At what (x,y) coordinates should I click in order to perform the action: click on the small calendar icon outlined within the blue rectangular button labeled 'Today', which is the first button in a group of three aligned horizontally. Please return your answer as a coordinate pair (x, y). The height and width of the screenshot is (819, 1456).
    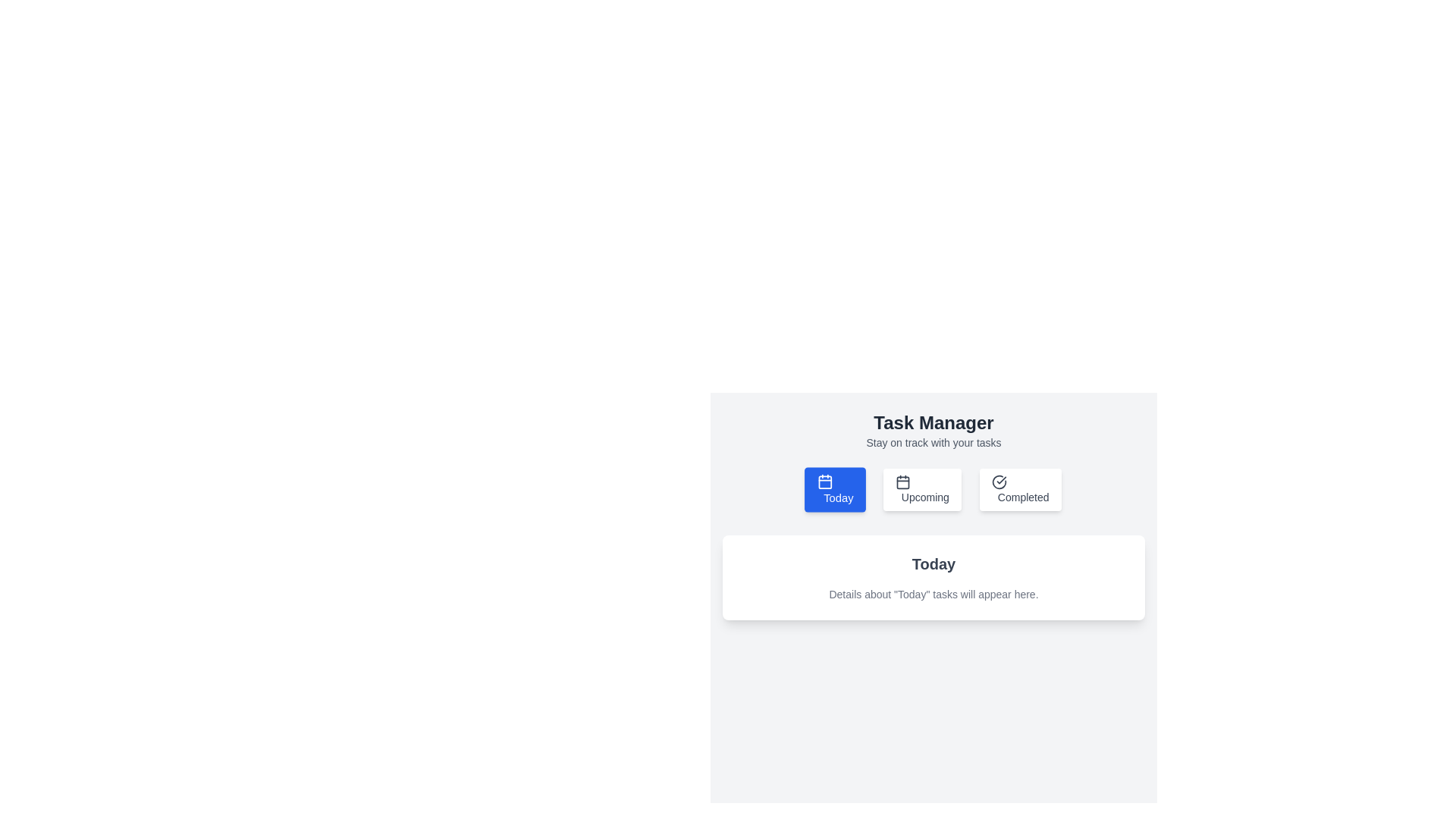
    Looking at the image, I should click on (824, 482).